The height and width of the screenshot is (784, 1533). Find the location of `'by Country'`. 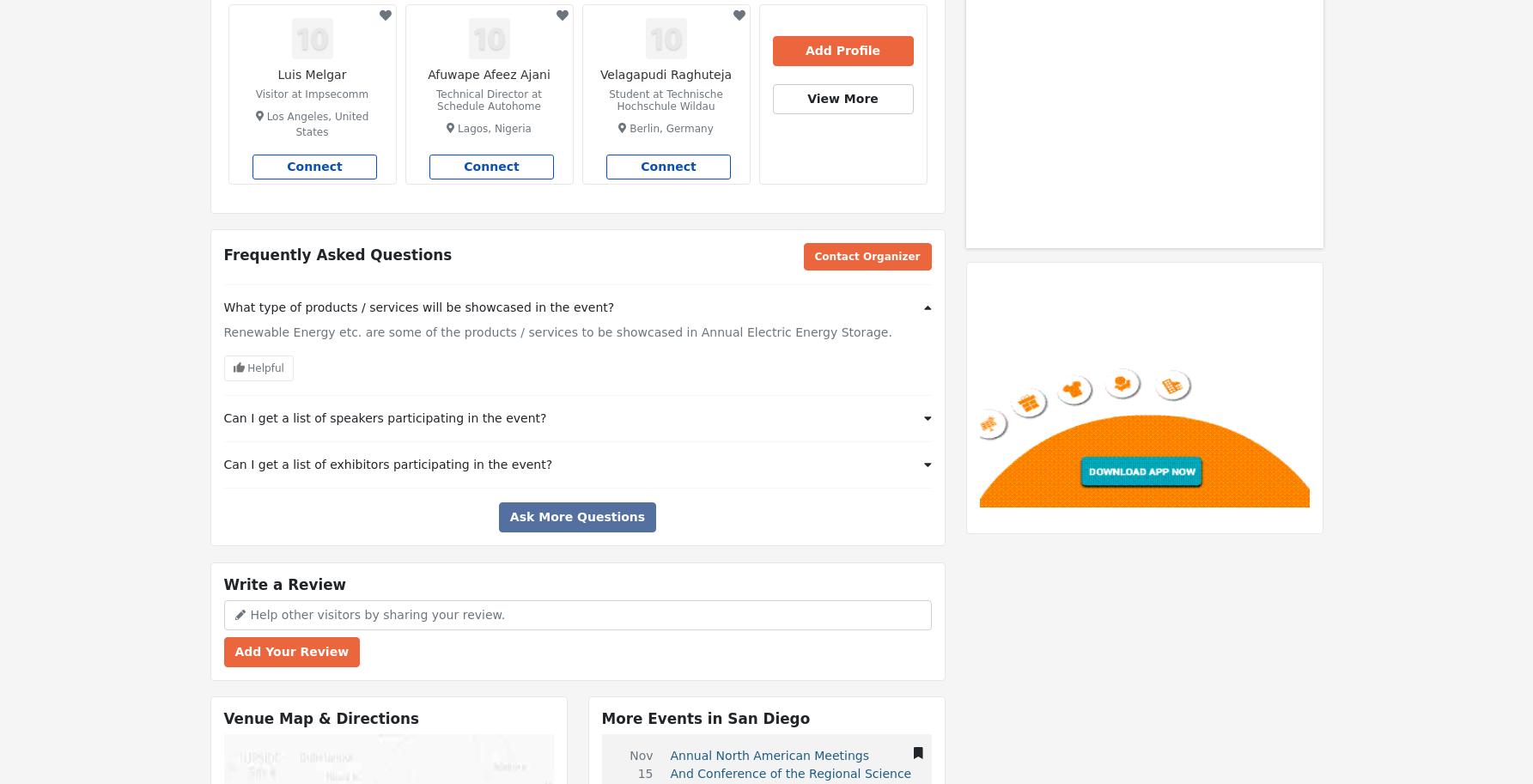

'by Country' is located at coordinates (1182, 15).